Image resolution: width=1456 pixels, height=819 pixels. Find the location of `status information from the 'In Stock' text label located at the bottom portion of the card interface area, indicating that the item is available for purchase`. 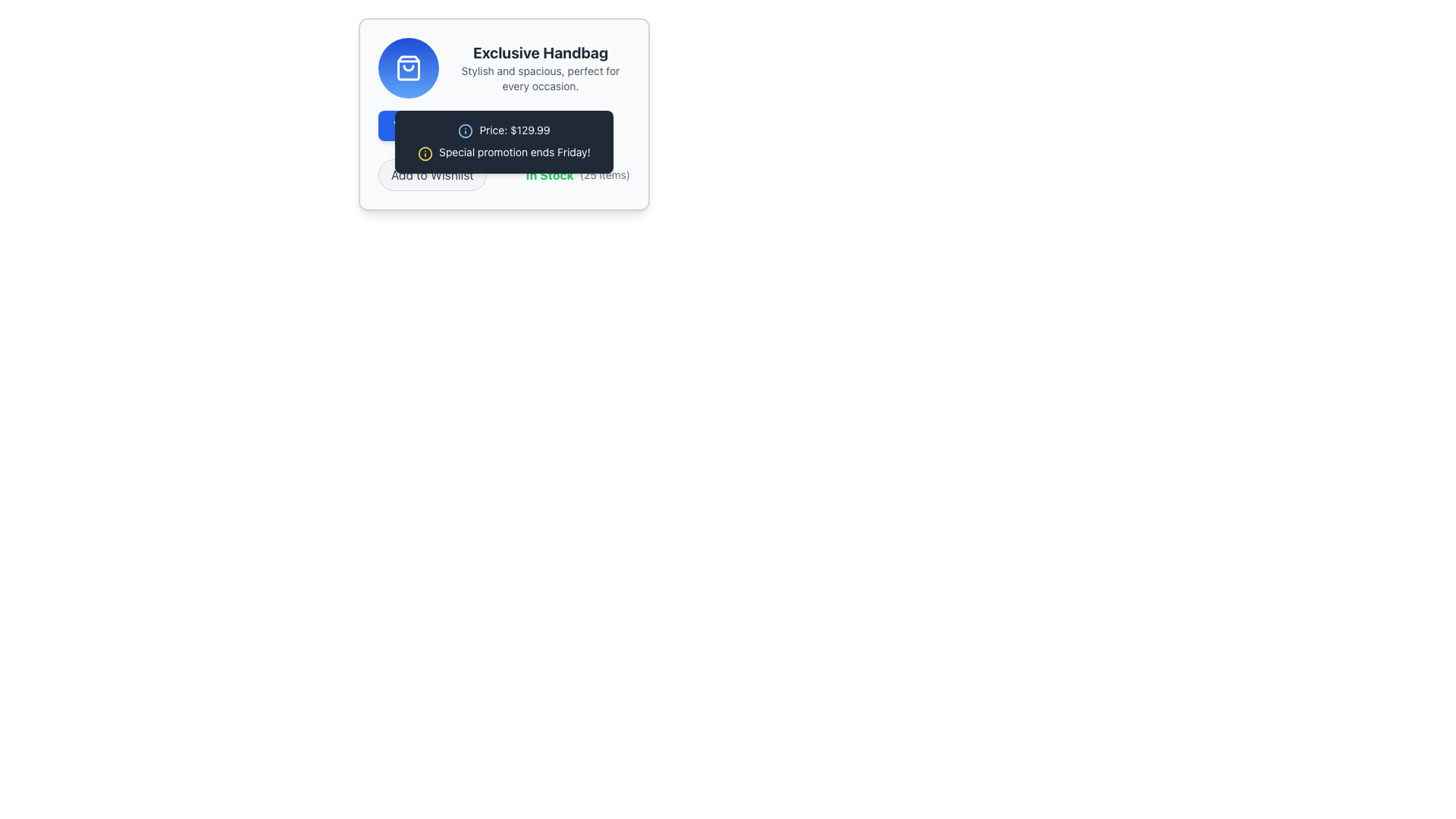

status information from the 'In Stock' text label located at the bottom portion of the card interface area, indicating that the item is available for purchase is located at coordinates (549, 174).